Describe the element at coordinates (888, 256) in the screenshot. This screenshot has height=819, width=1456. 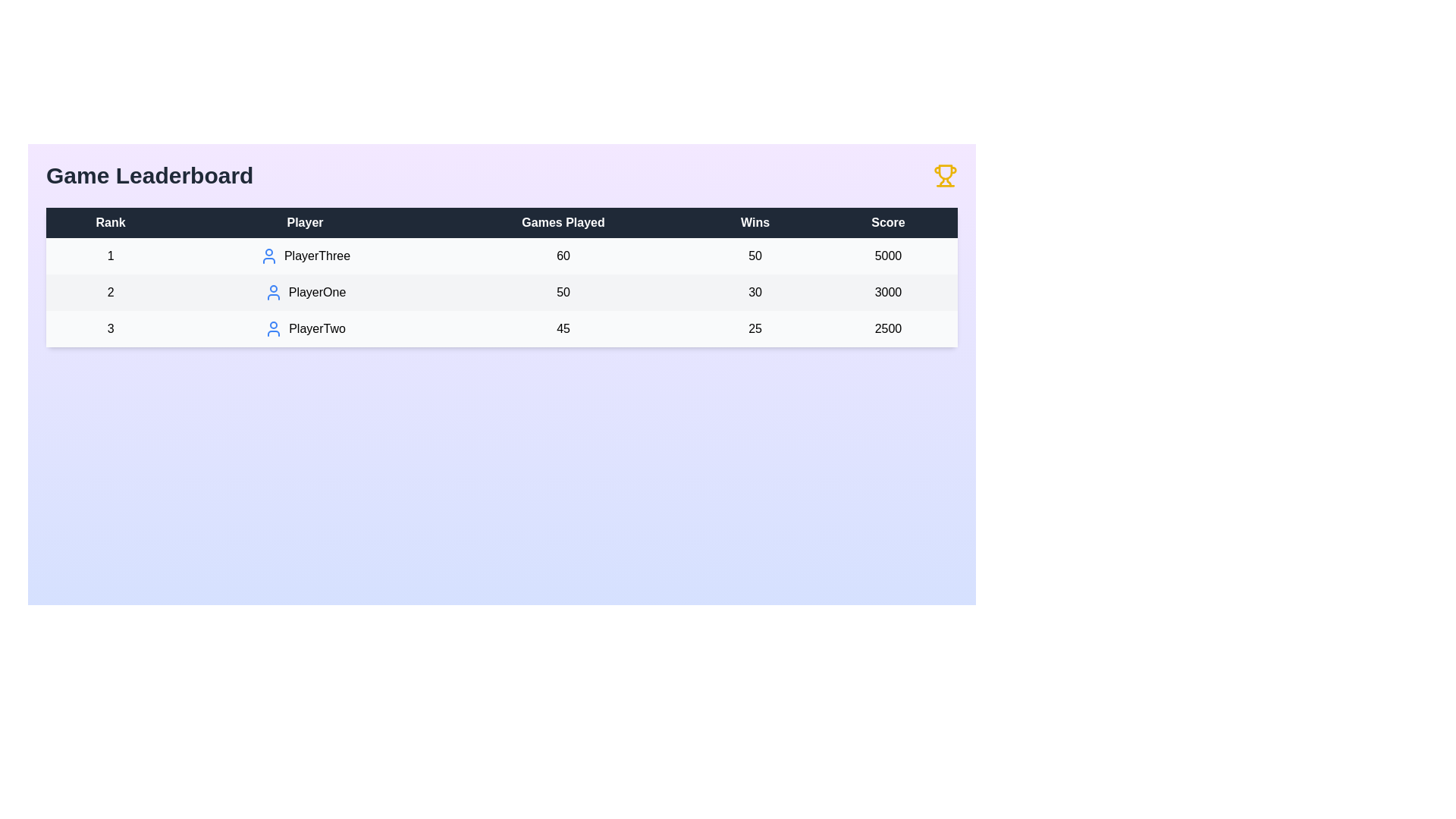
I see `the numeral '5000' displayed in bold black text, located in the last column of the leaderboard table for 'PlayerThree'` at that location.